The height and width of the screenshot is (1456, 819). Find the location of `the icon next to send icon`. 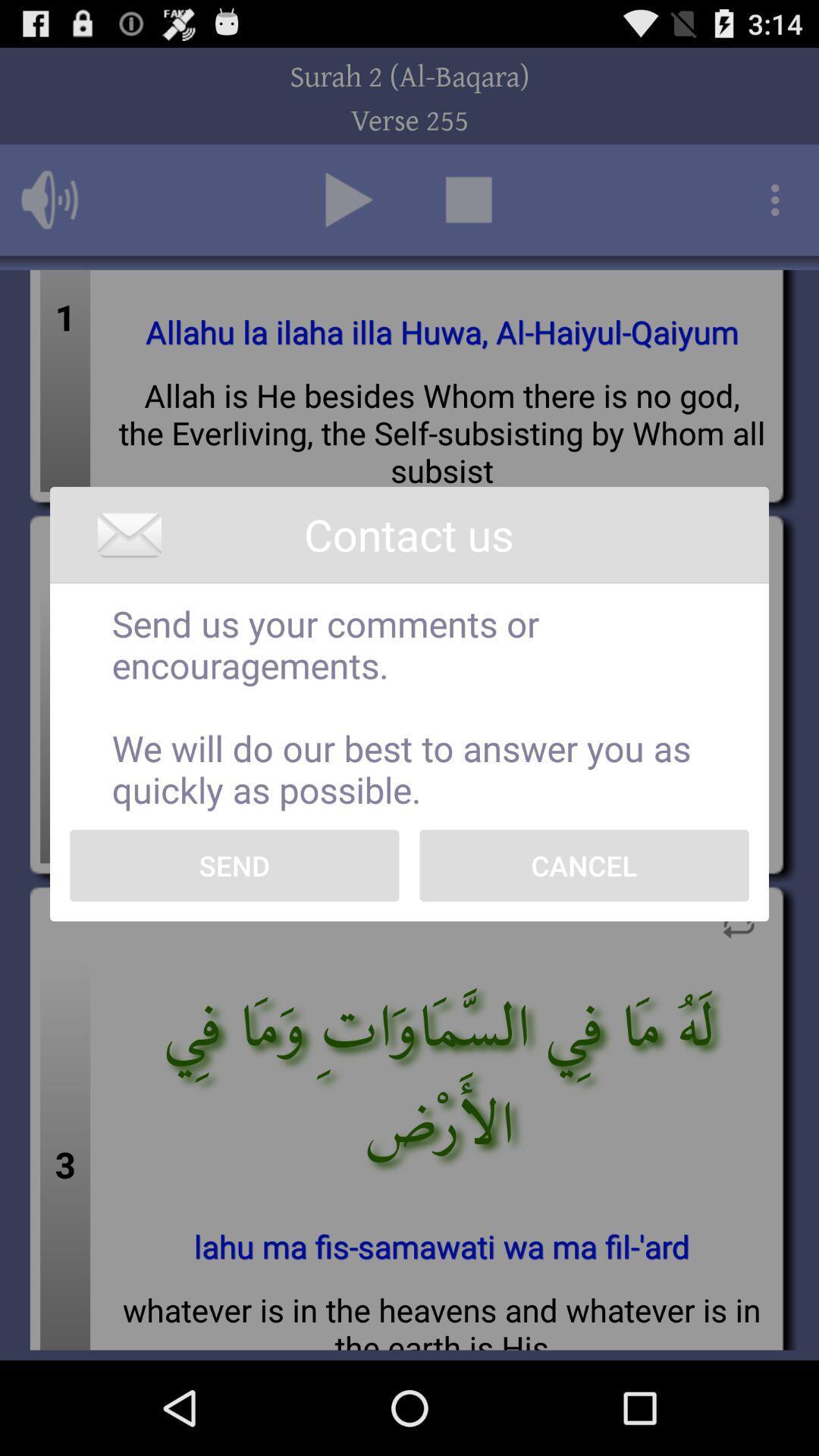

the icon next to send icon is located at coordinates (583, 865).